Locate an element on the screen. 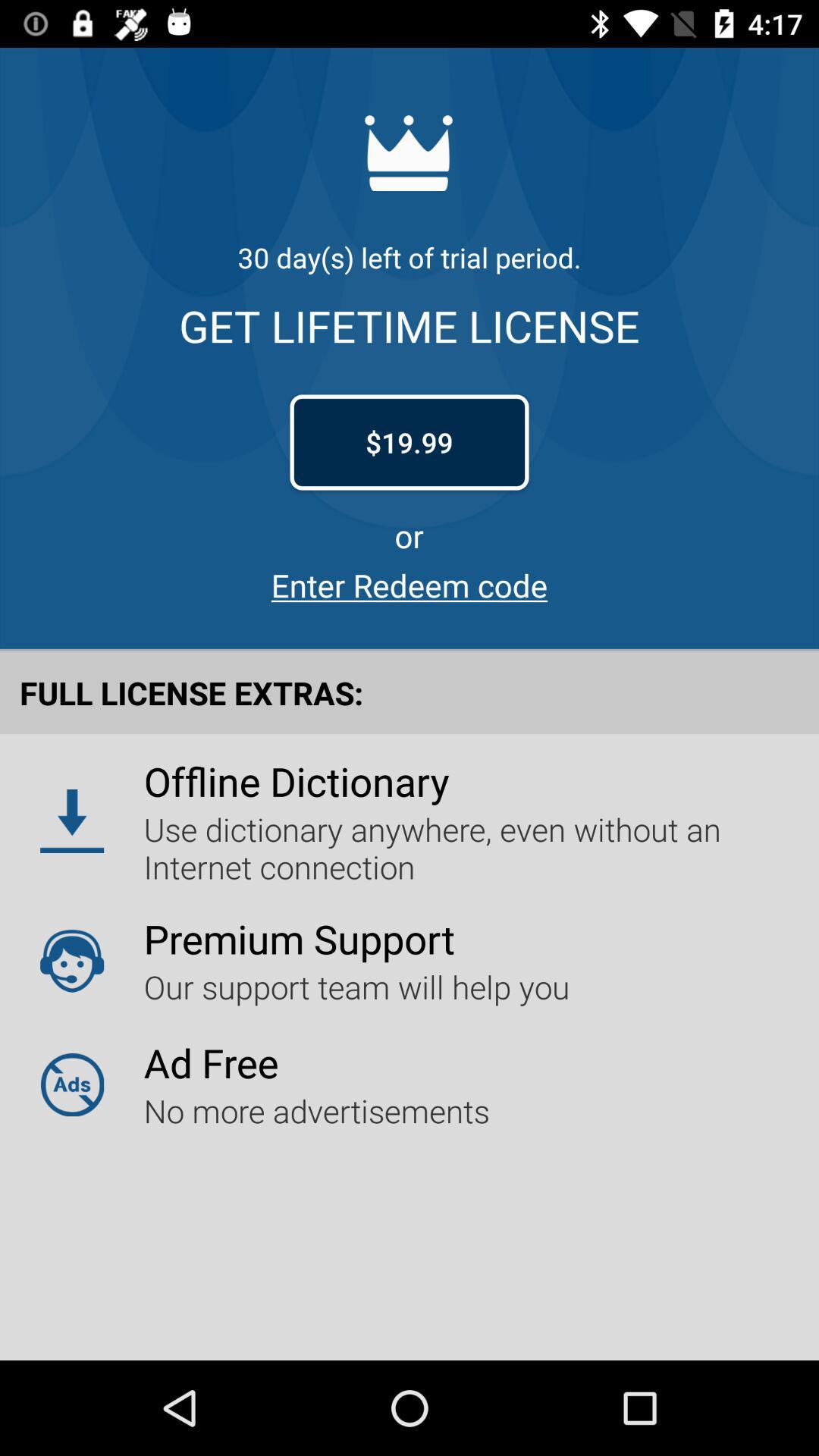 The width and height of the screenshot is (819, 1456). the button above or is located at coordinates (409, 442).